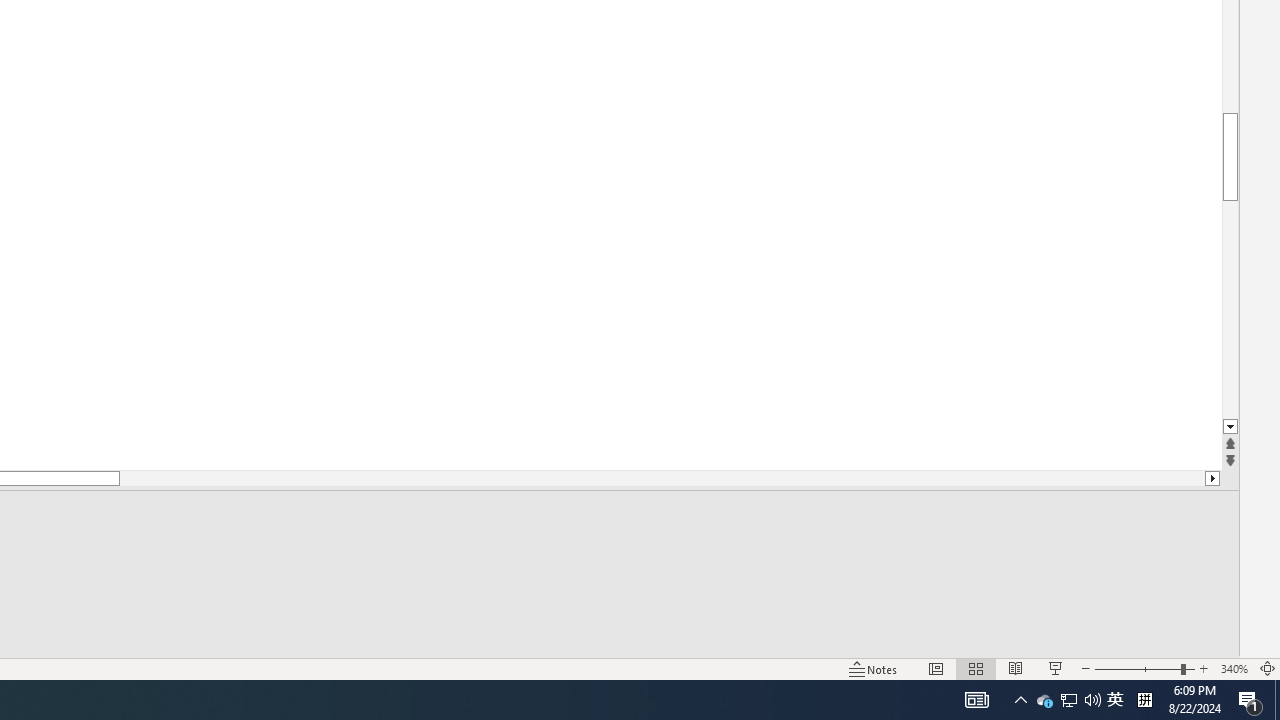  Describe the element at coordinates (1233, 669) in the screenshot. I see `'Zoom 340%'` at that location.